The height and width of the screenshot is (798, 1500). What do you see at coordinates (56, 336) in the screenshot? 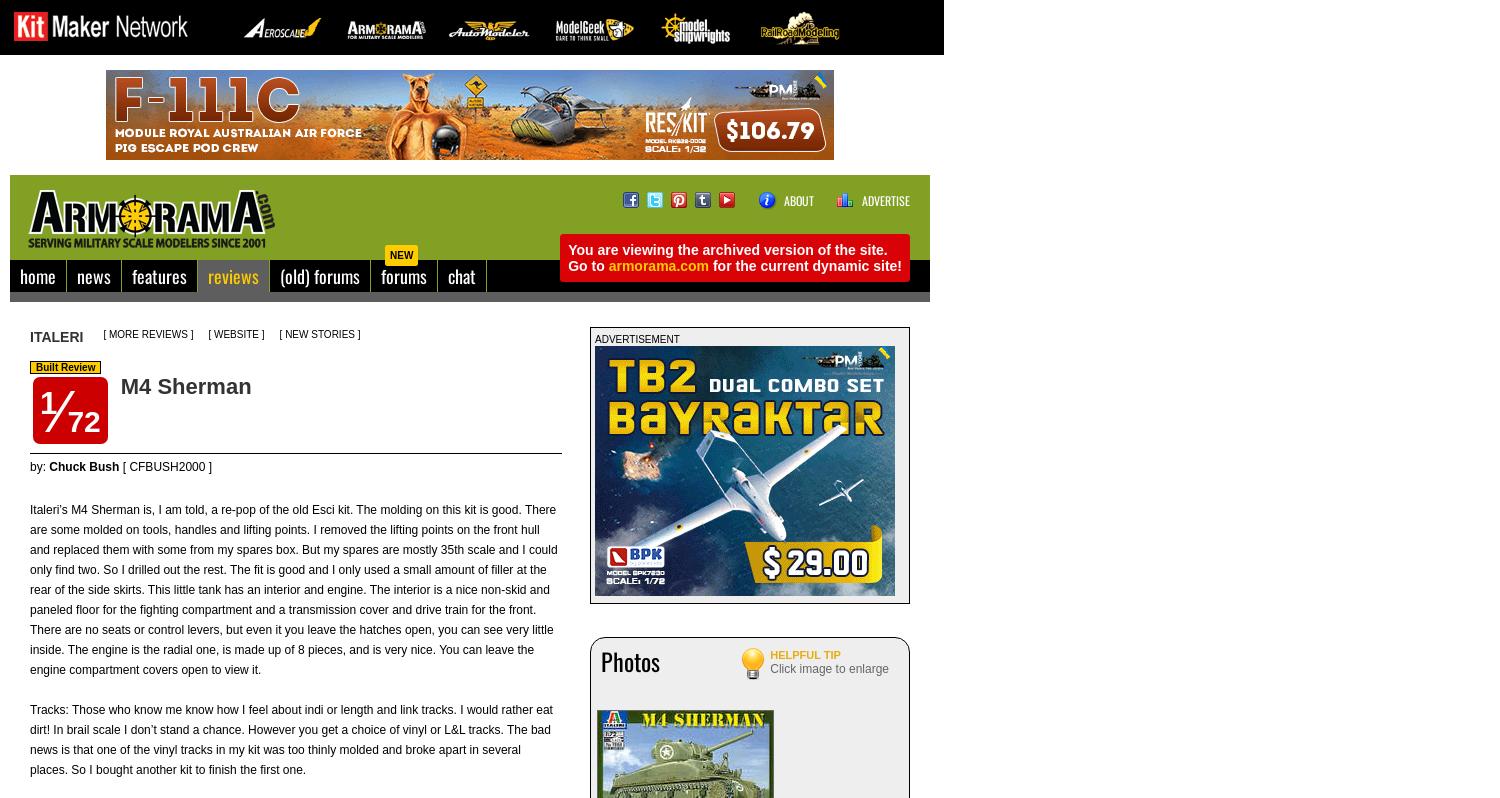
I see `'ITALERI'` at bounding box center [56, 336].